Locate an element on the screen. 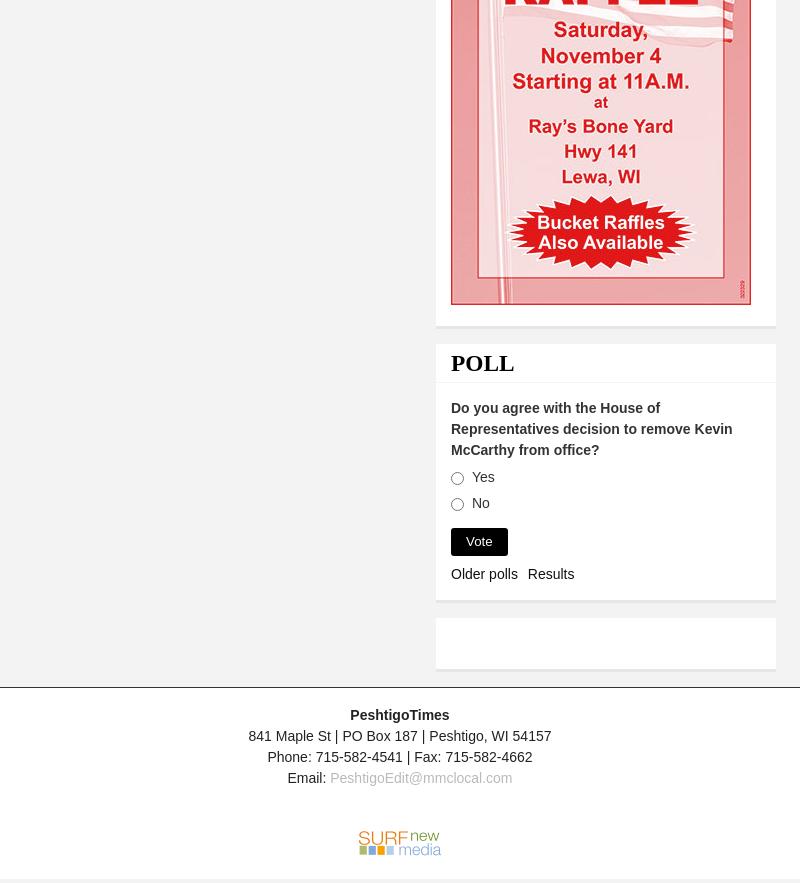  'Do you agree with the House of Representatives decision to remove Kevin McCarthy from office?' is located at coordinates (590, 427).